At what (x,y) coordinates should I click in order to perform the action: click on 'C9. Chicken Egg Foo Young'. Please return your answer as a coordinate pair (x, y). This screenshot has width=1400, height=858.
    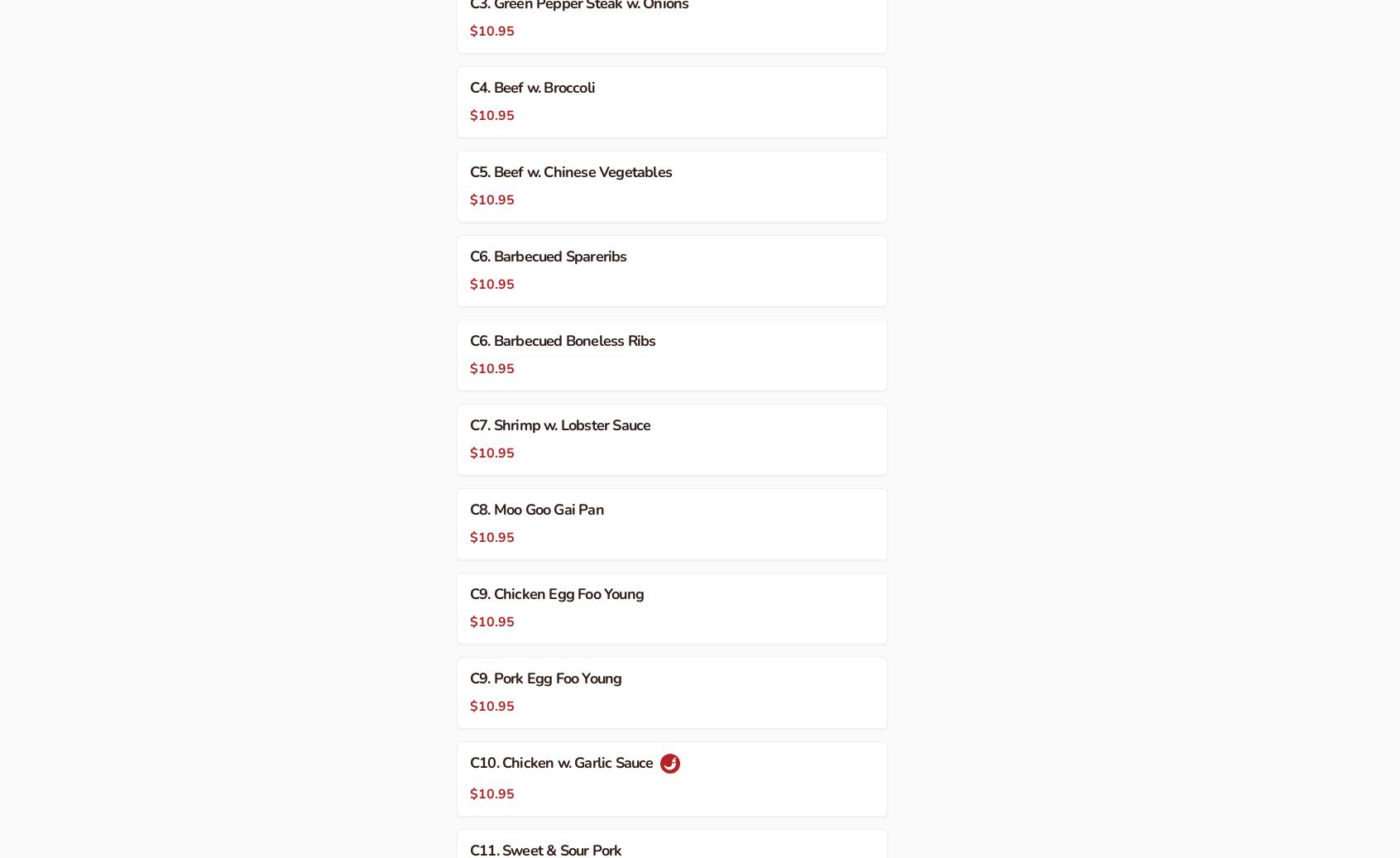
    Looking at the image, I should click on (557, 592).